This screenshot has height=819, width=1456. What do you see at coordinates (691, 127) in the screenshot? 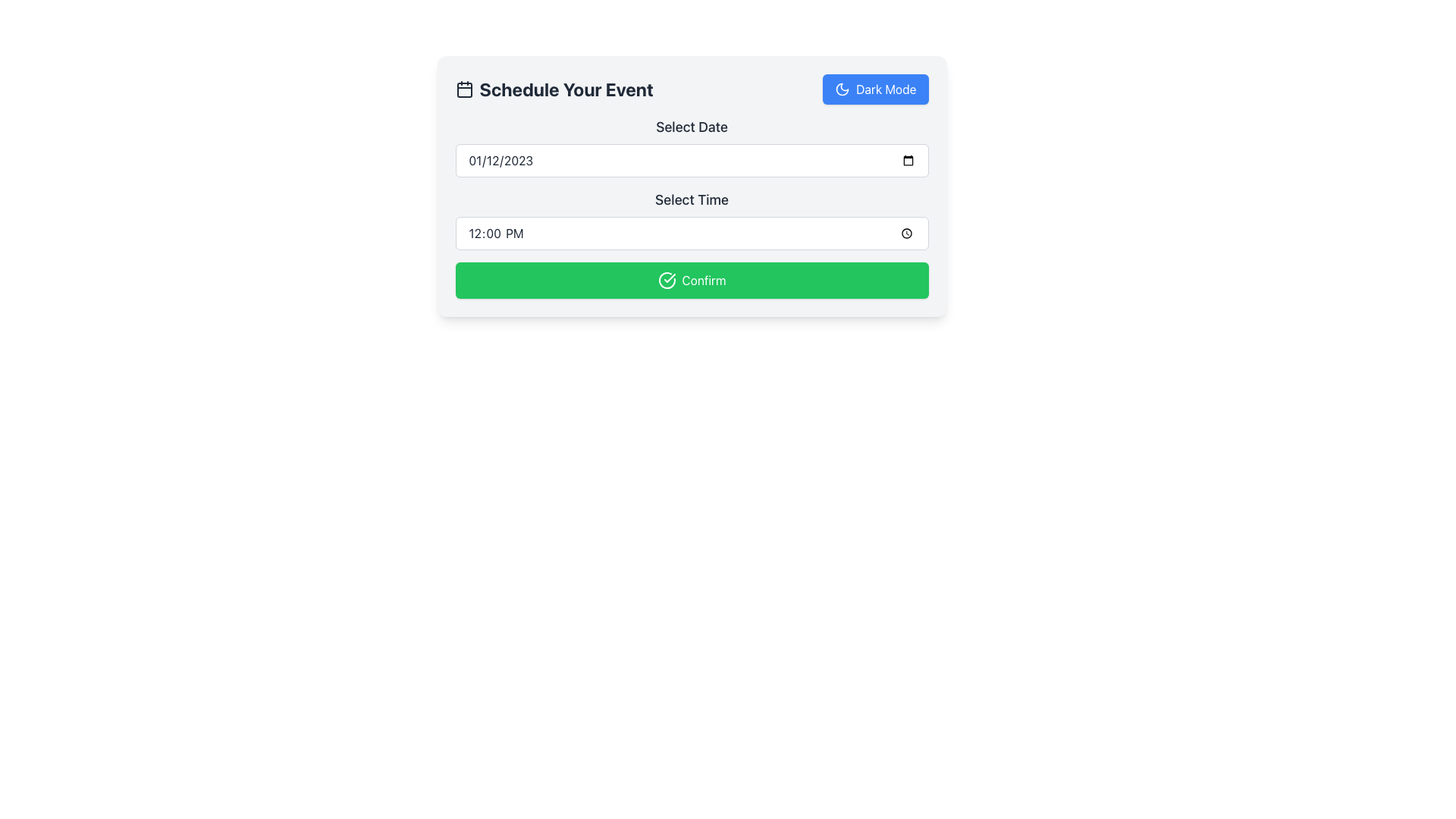
I see `the Text Label that serves as a guide for the date input field in the 'Schedule Your Event' section` at bounding box center [691, 127].